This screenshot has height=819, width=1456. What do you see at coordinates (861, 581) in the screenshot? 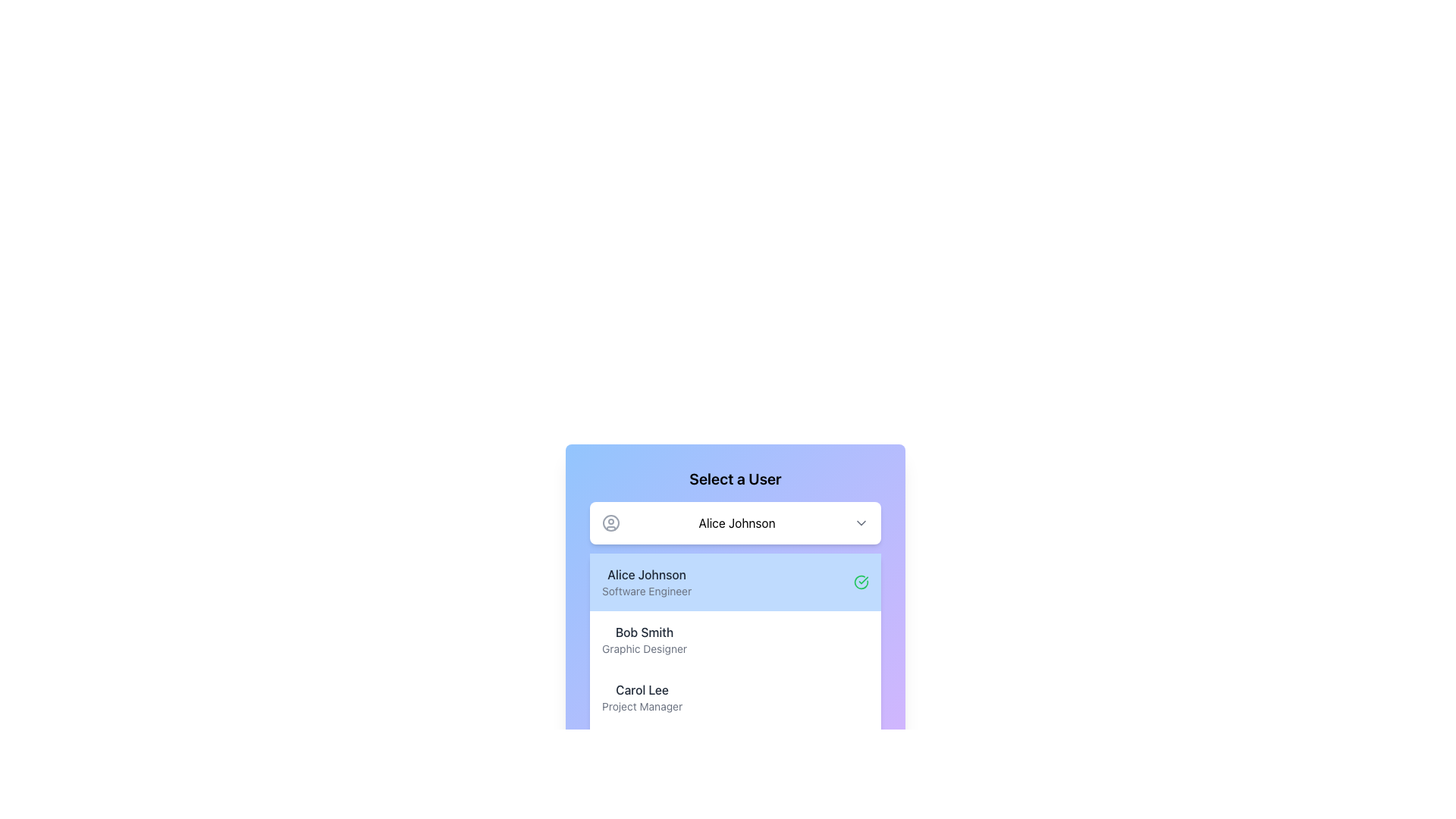
I see `the green circular icon with a checkmark inside, located to the right of 'Alice Johnson' in the dropdown under 'Select a User'` at bounding box center [861, 581].